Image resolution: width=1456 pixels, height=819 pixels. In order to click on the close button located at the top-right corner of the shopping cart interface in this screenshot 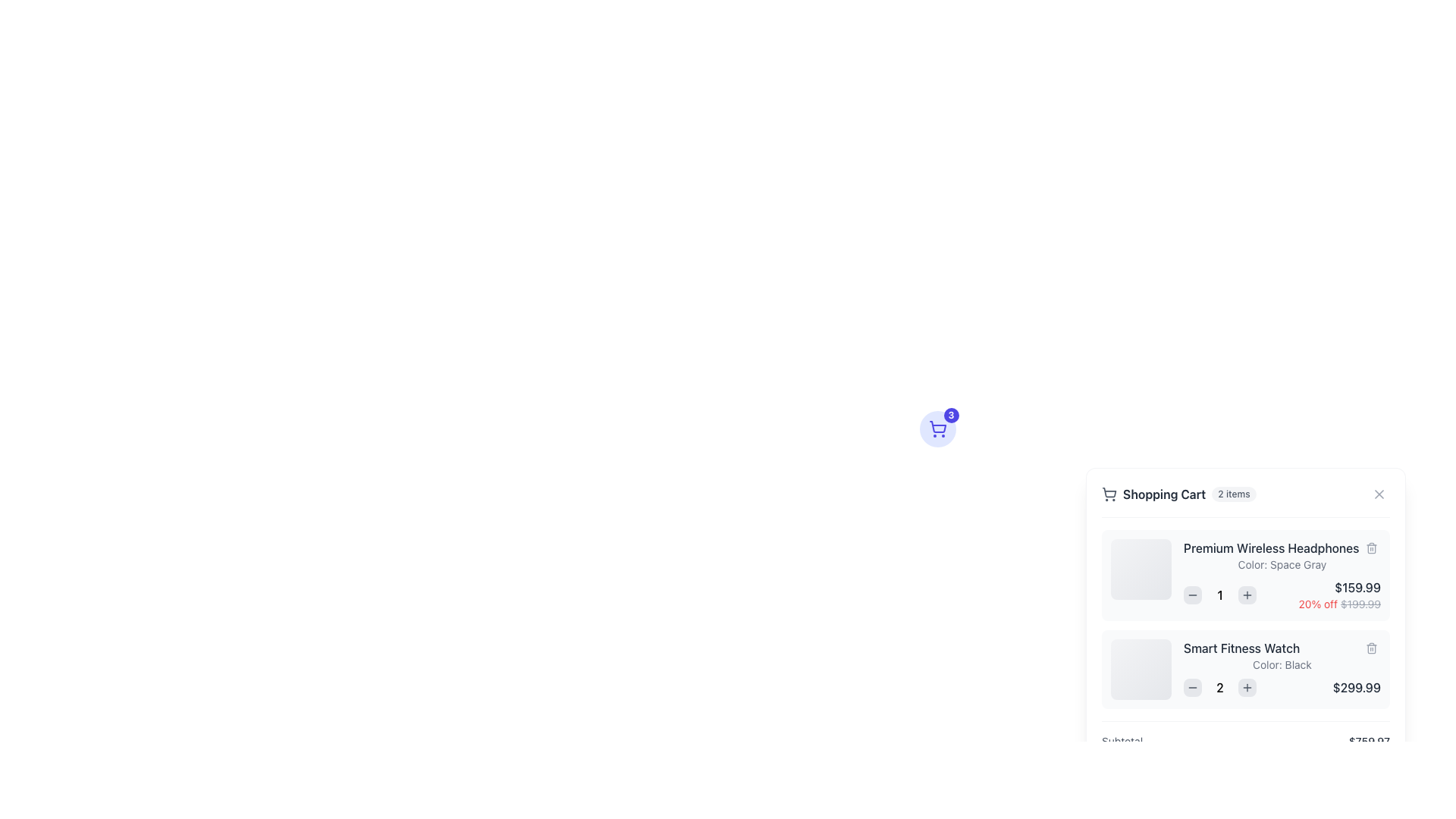, I will do `click(1379, 494)`.